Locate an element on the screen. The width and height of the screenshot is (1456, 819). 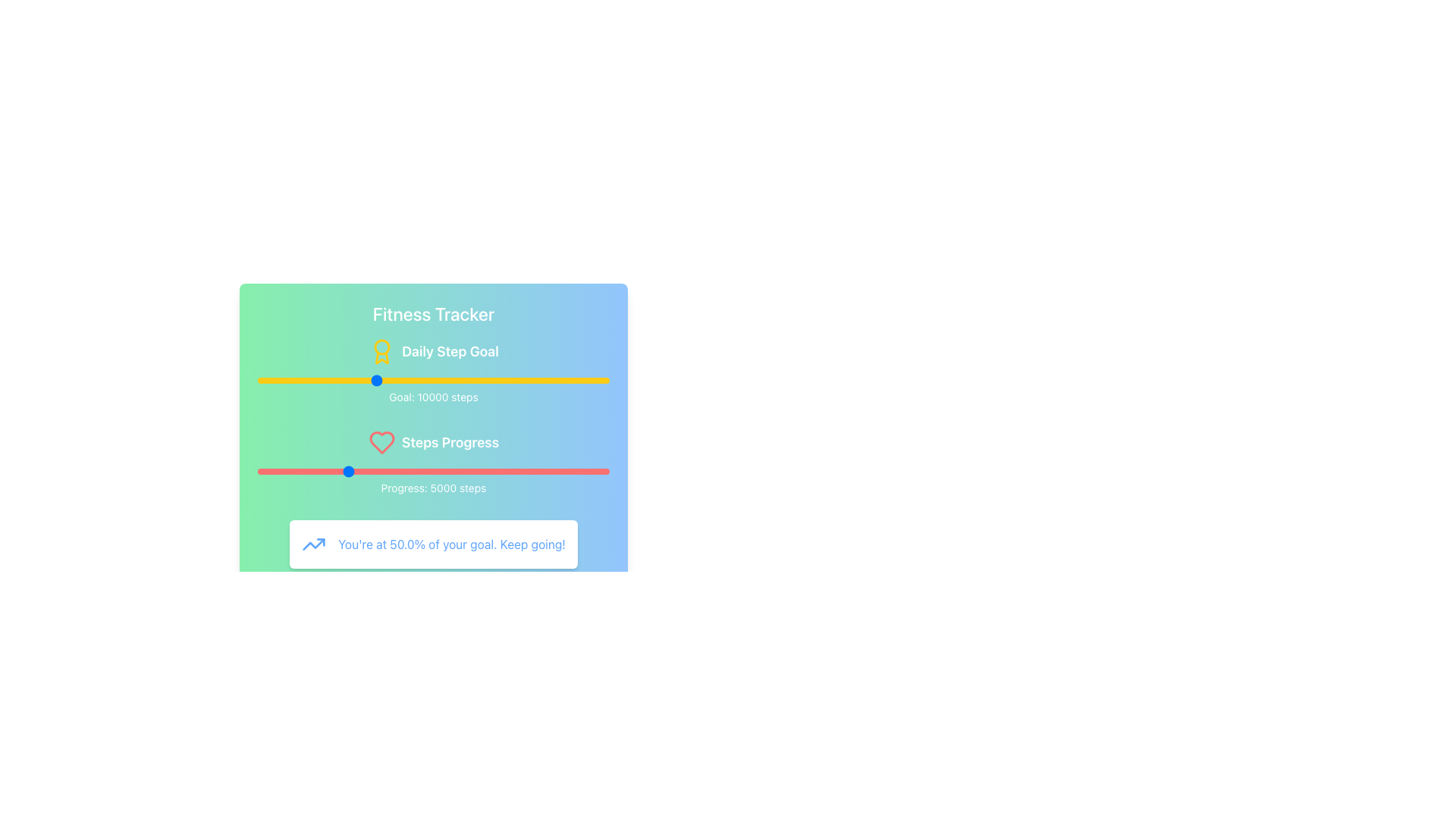
the medal icon, which is yellow and has a minimalistic award-like appearance, located to the left of the 'Daily Step Goal' text in the top section of the interface near the 'Fitness Tracker' title is located at coordinates (382, 351).